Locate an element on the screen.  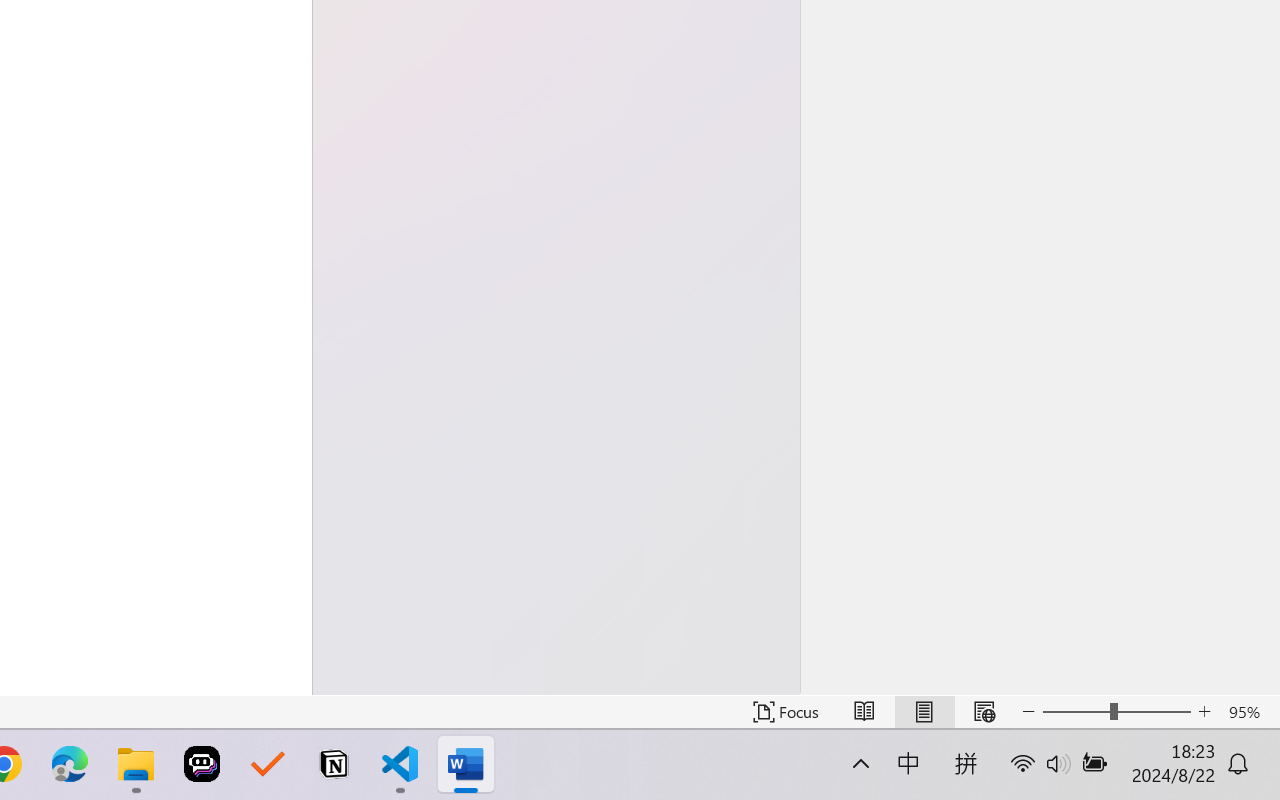
'Zoom 95%' is located at coordinates (1248, 711).